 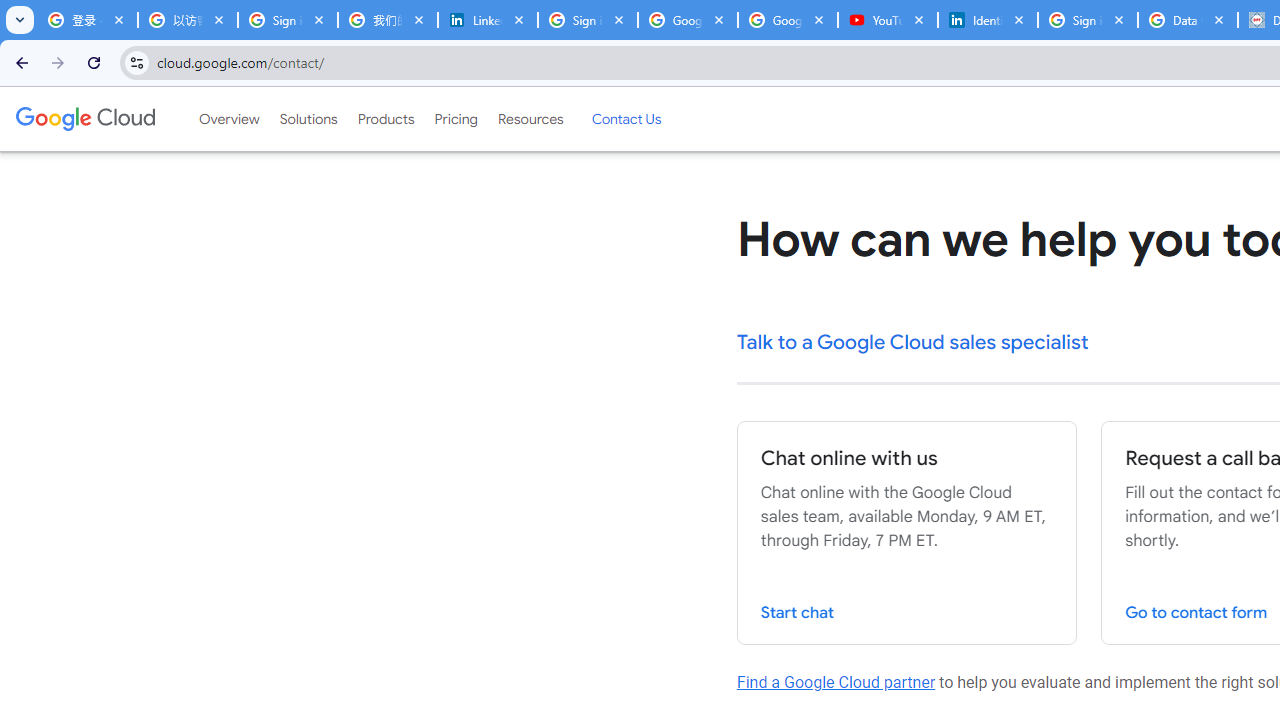 I want to click on 'Pricing', so click(x=454, y=119).